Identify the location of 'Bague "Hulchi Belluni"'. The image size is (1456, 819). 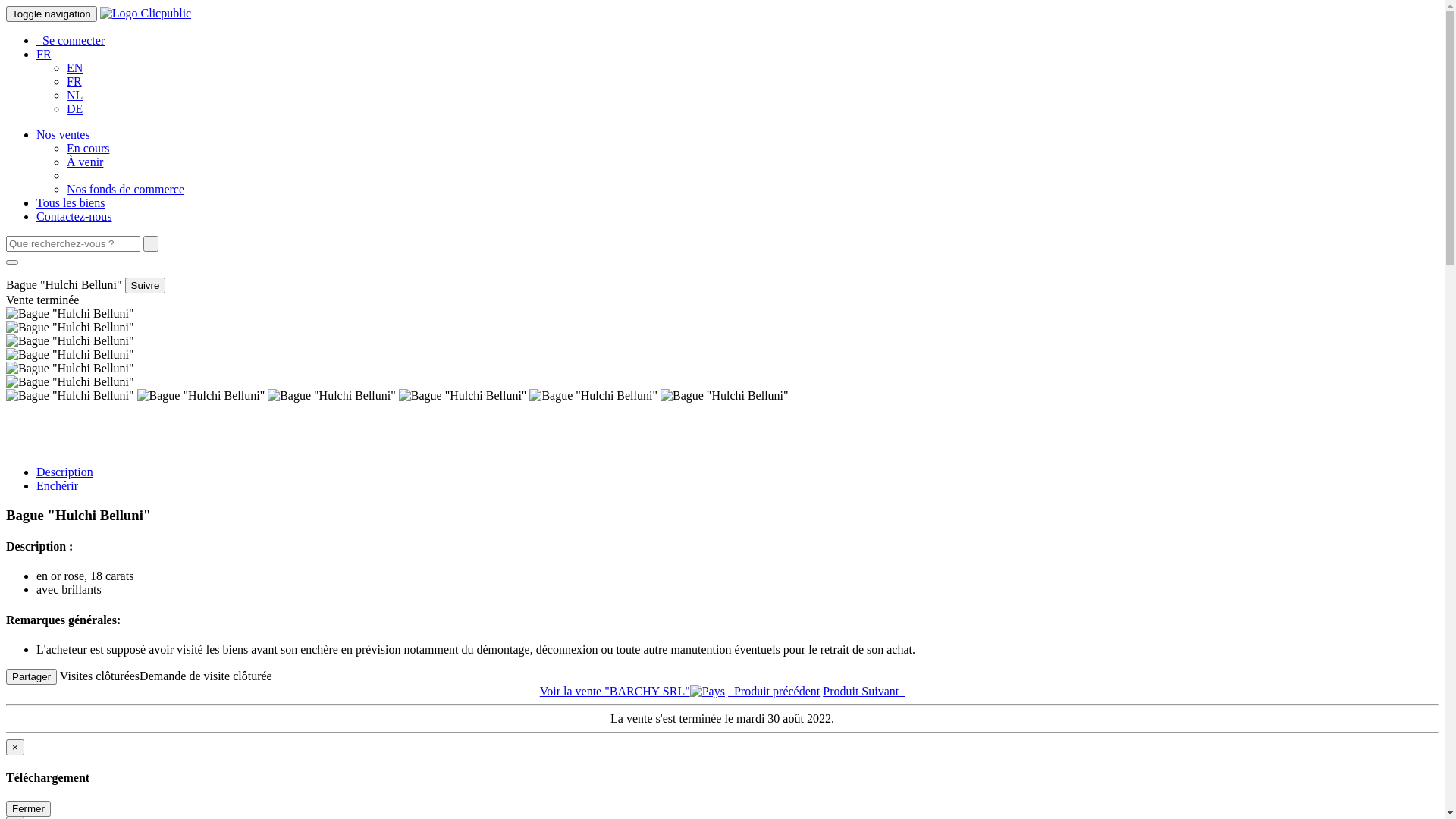
(69, 327).